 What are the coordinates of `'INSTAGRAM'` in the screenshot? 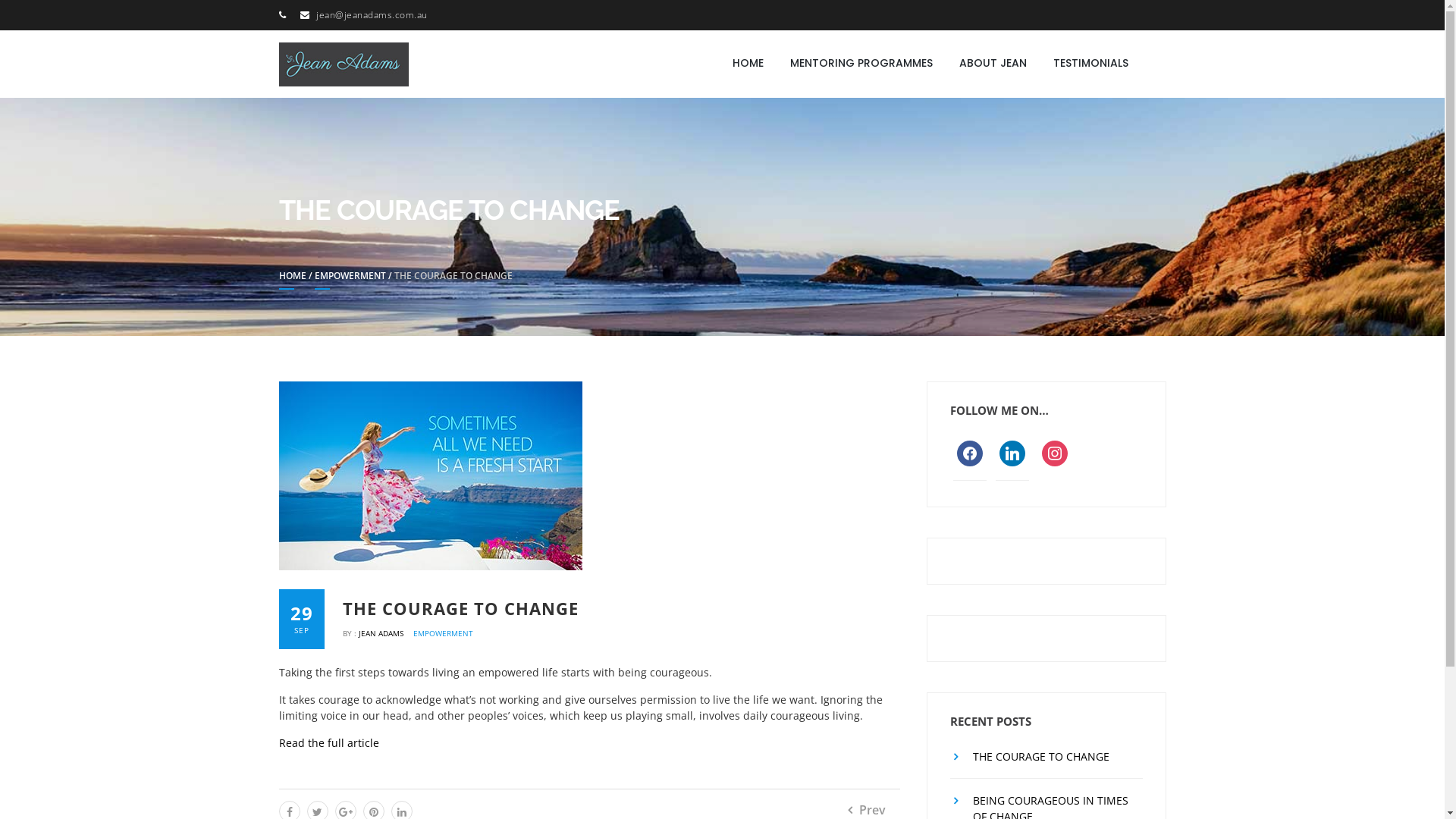 It's located at (1054, 451).